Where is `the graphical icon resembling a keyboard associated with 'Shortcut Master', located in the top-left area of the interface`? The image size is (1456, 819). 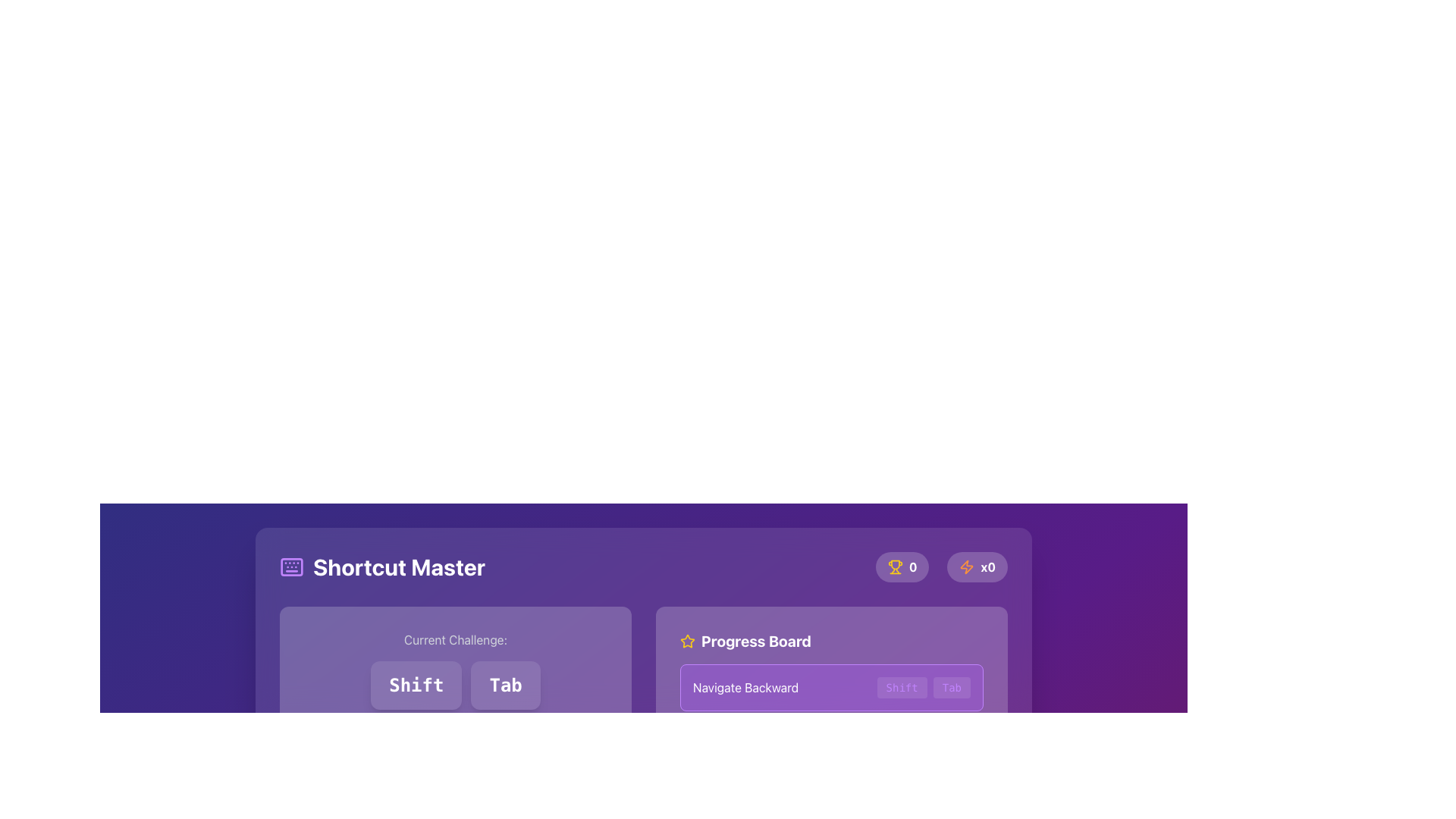
the graphical icon resembling a keyboard associated with 'Shortcut Master', located in the top-left area of the interface is located at coordinates (291, 567).